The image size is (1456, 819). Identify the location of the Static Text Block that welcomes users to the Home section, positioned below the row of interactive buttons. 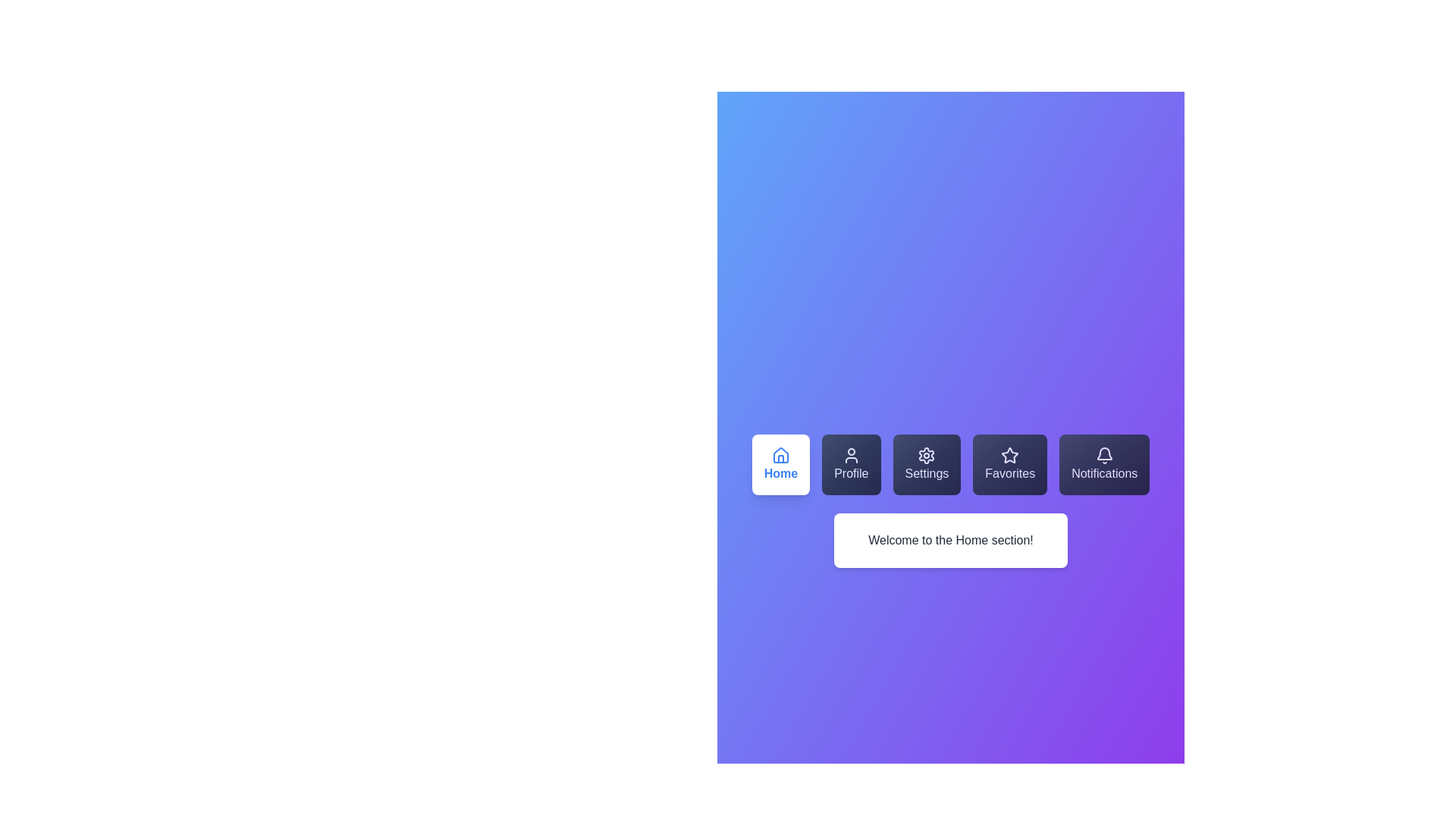
(949, 540).